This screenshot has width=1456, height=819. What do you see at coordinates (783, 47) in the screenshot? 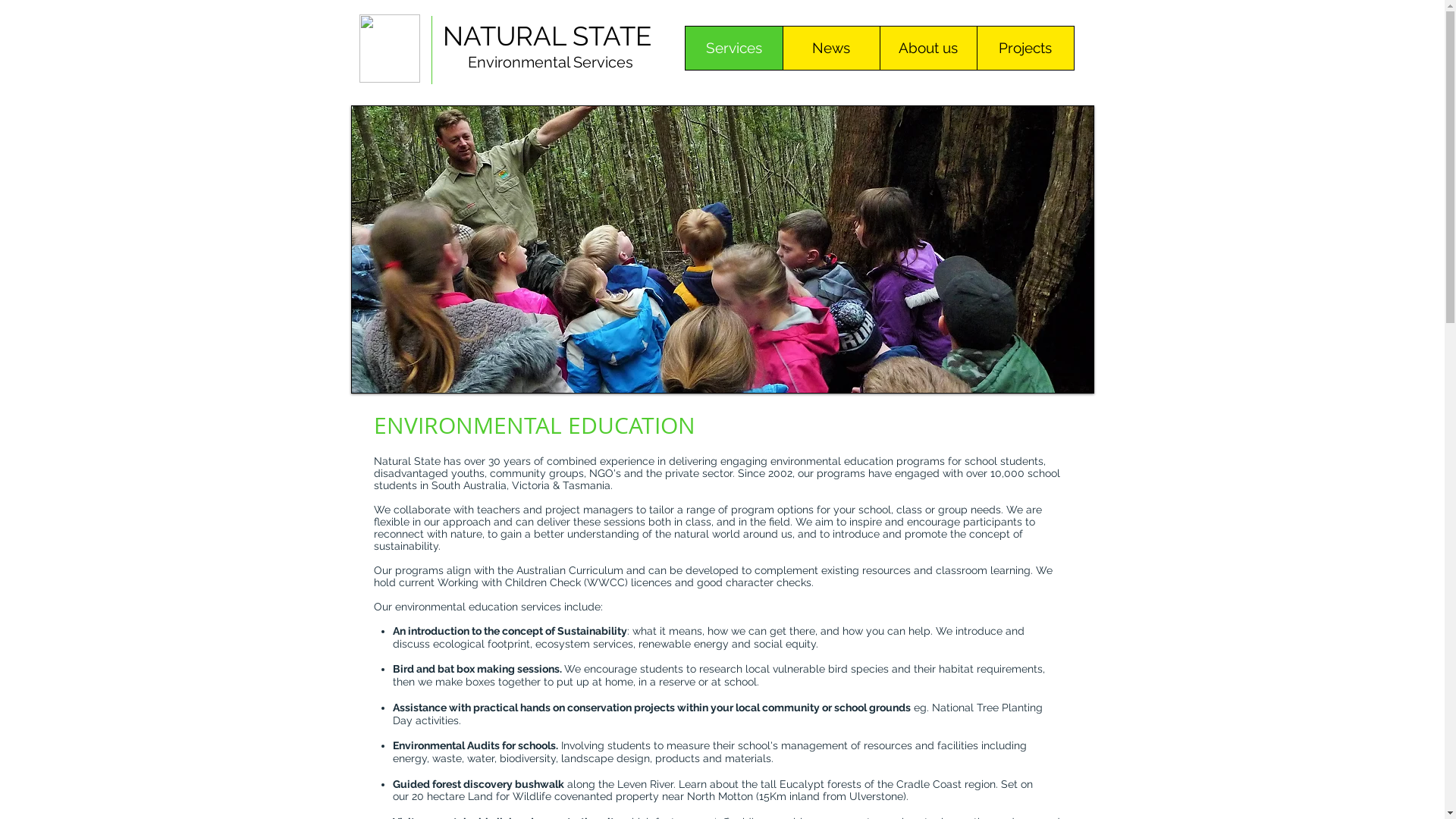
I see `'News'` at bounding box center [783, 47].